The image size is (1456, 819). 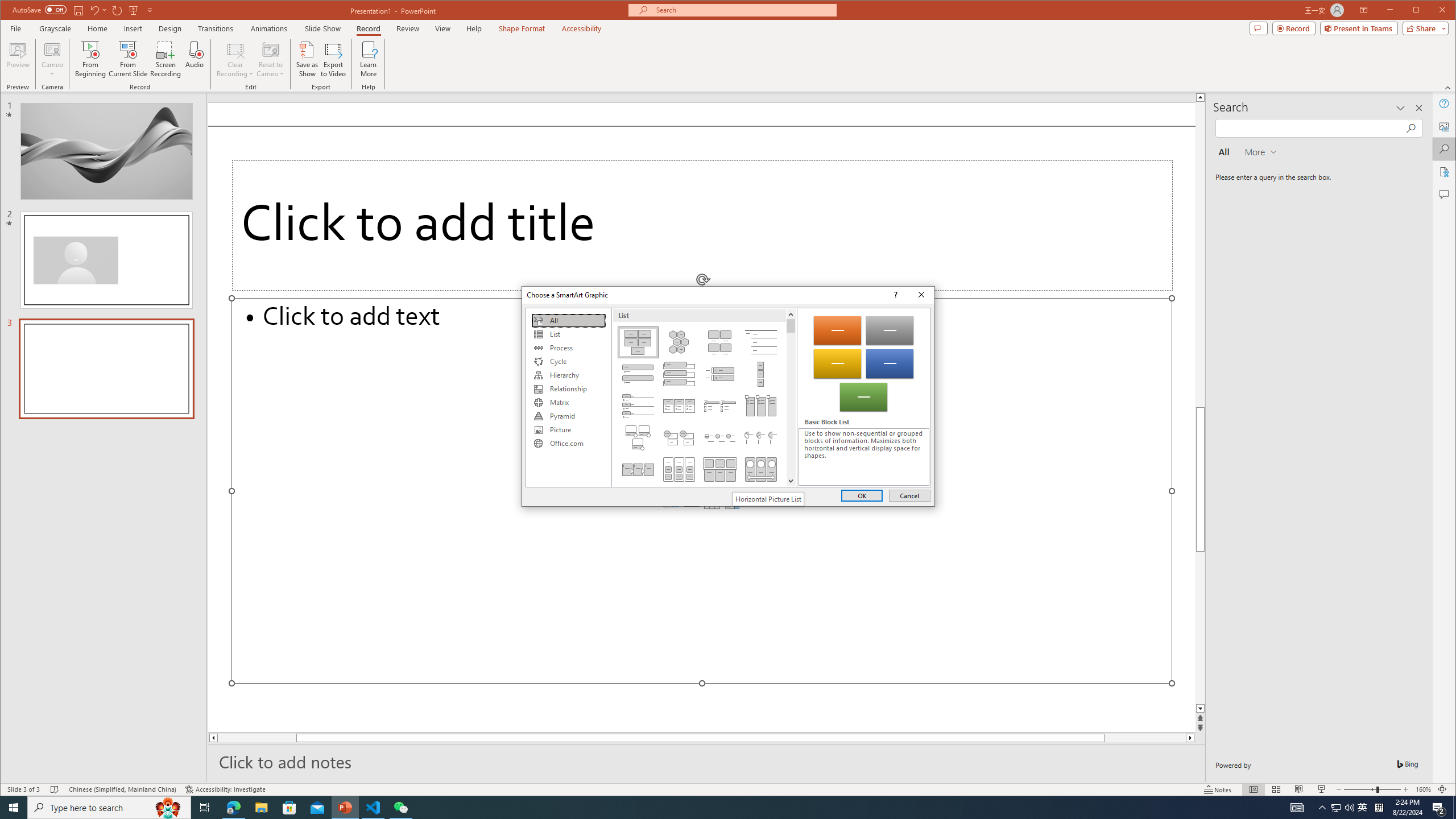 I want to click on 'From Beginning...', so click(x=90, y=59).